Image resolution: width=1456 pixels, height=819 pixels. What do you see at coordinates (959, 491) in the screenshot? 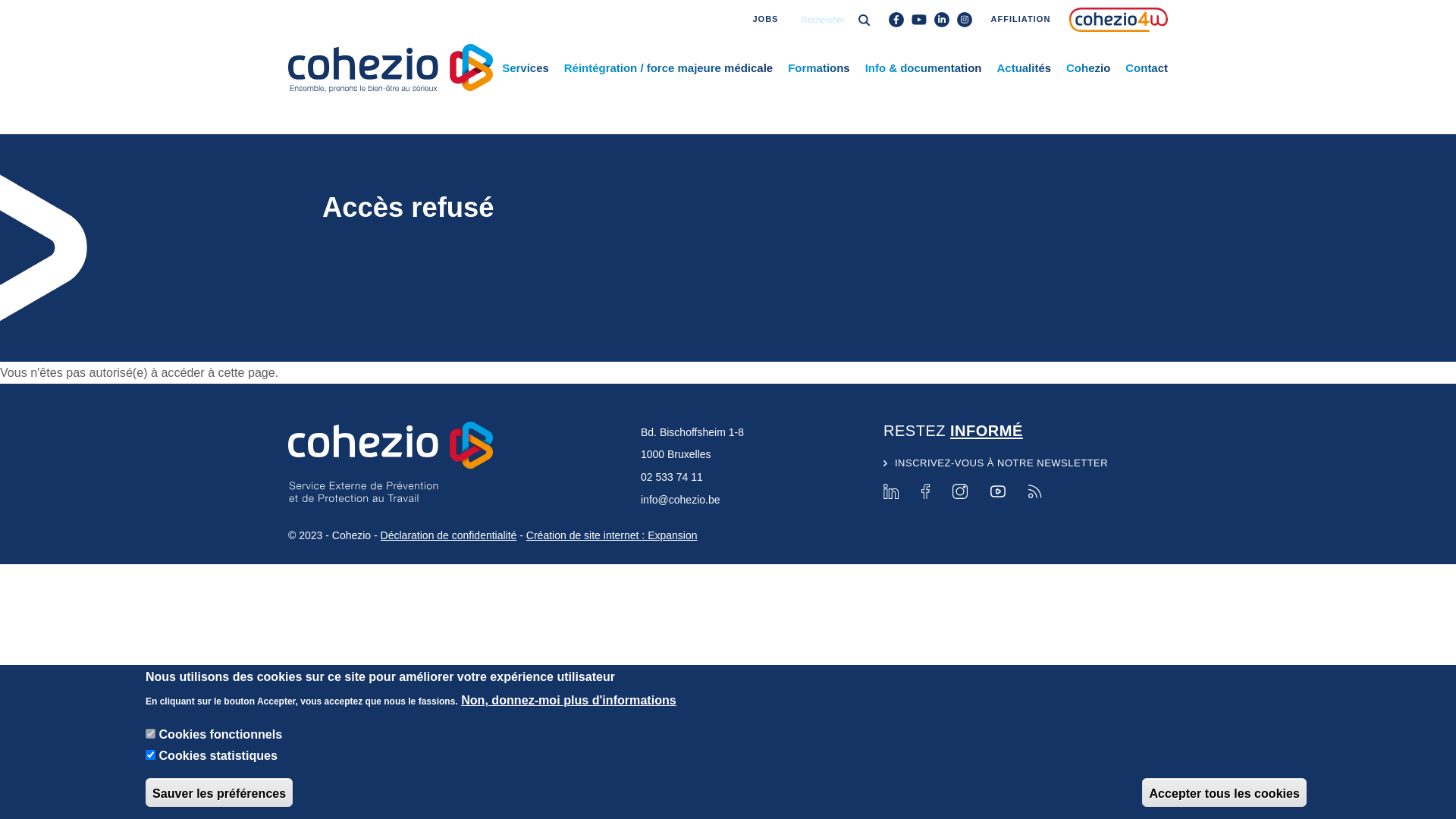
I see `'Instagram'` at bounding box center [959, 491].